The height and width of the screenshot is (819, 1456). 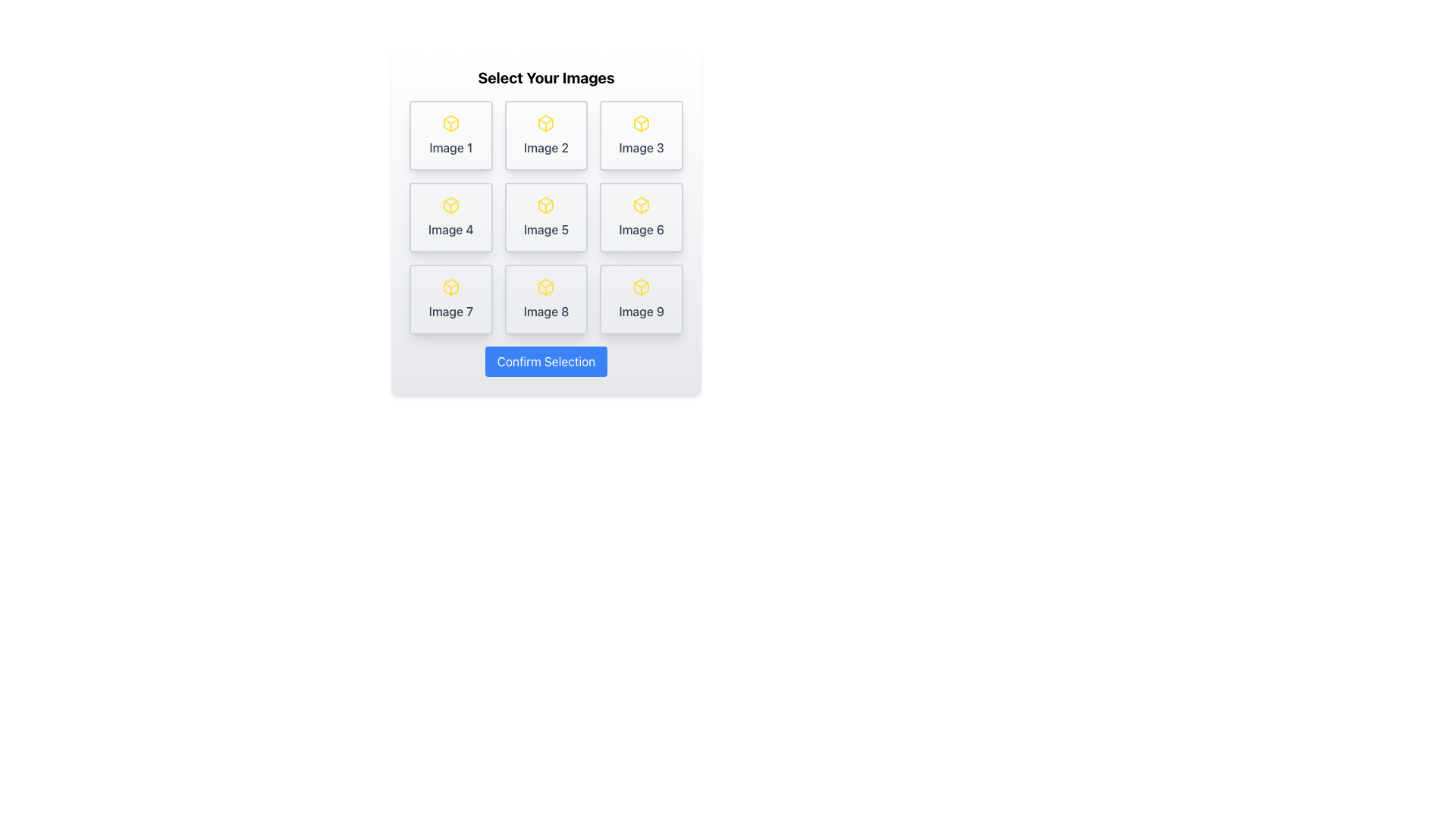 What do you see at coordinates (642, 148) in the screenshot?
I see `the text label that reads 'Image 3', which is styled with a medium-weight font in gray color and positioned below a yellow box icon on the third card in a 3x3 grid layout` at bounding box center [642, 148].